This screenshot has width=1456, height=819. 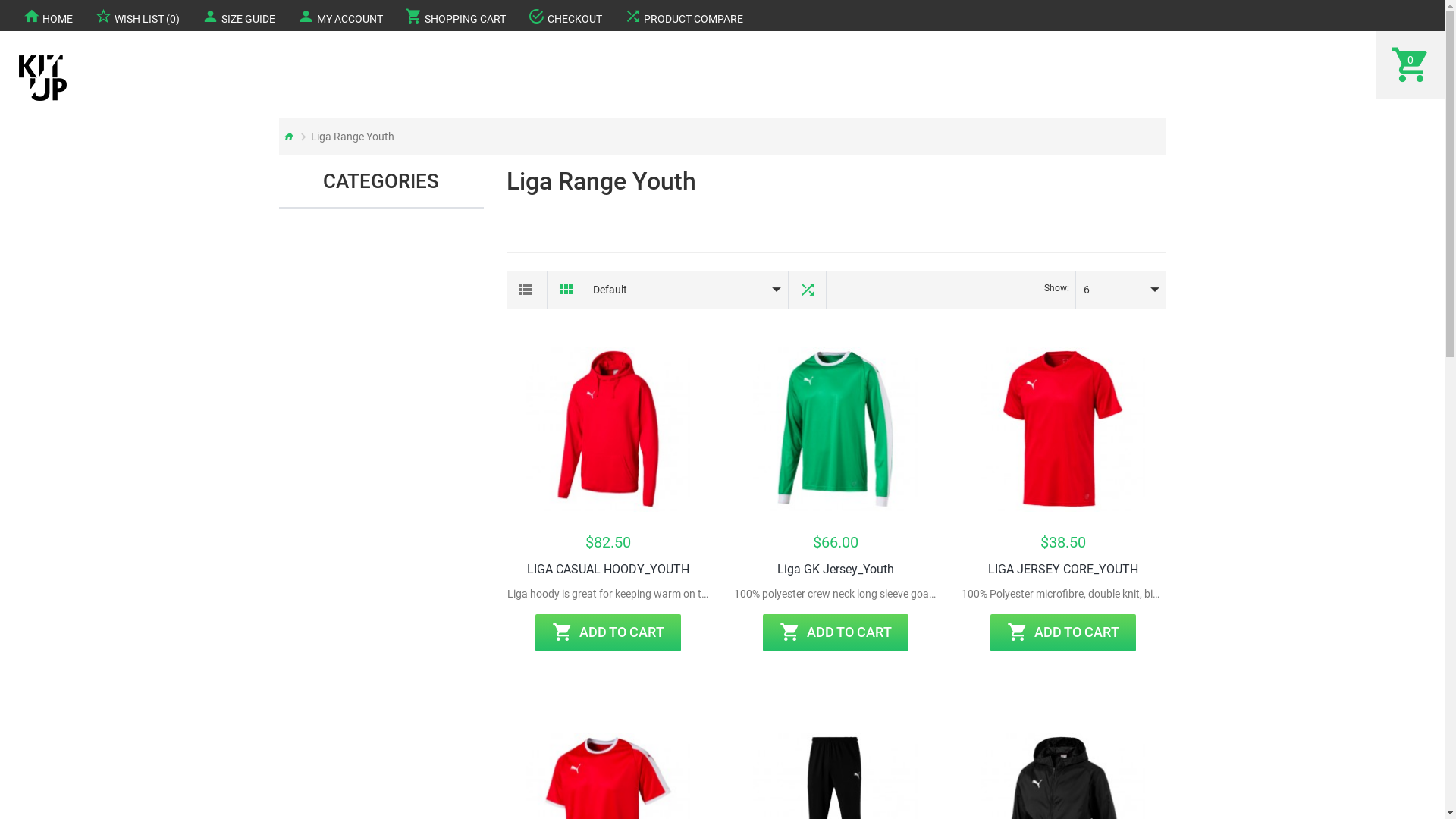 I want to click on 'Kit-Up', so click(x=42, y=78).